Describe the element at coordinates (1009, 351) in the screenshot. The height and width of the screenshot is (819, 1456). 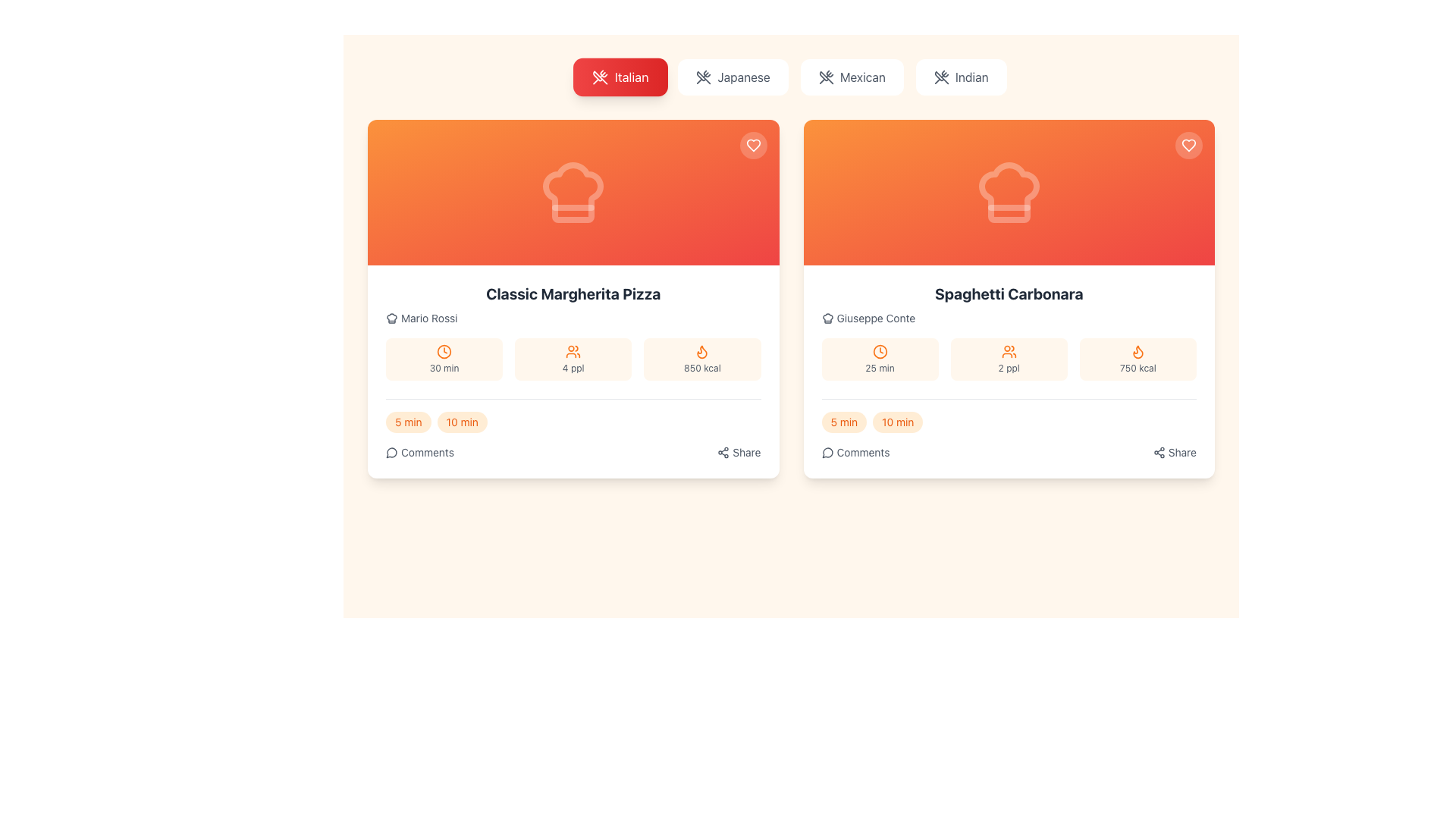
I see `the appearance of the user group information icon, which is the leftmost element among its siblings, with a text label '2 ppl' positioned right below it` at that location.